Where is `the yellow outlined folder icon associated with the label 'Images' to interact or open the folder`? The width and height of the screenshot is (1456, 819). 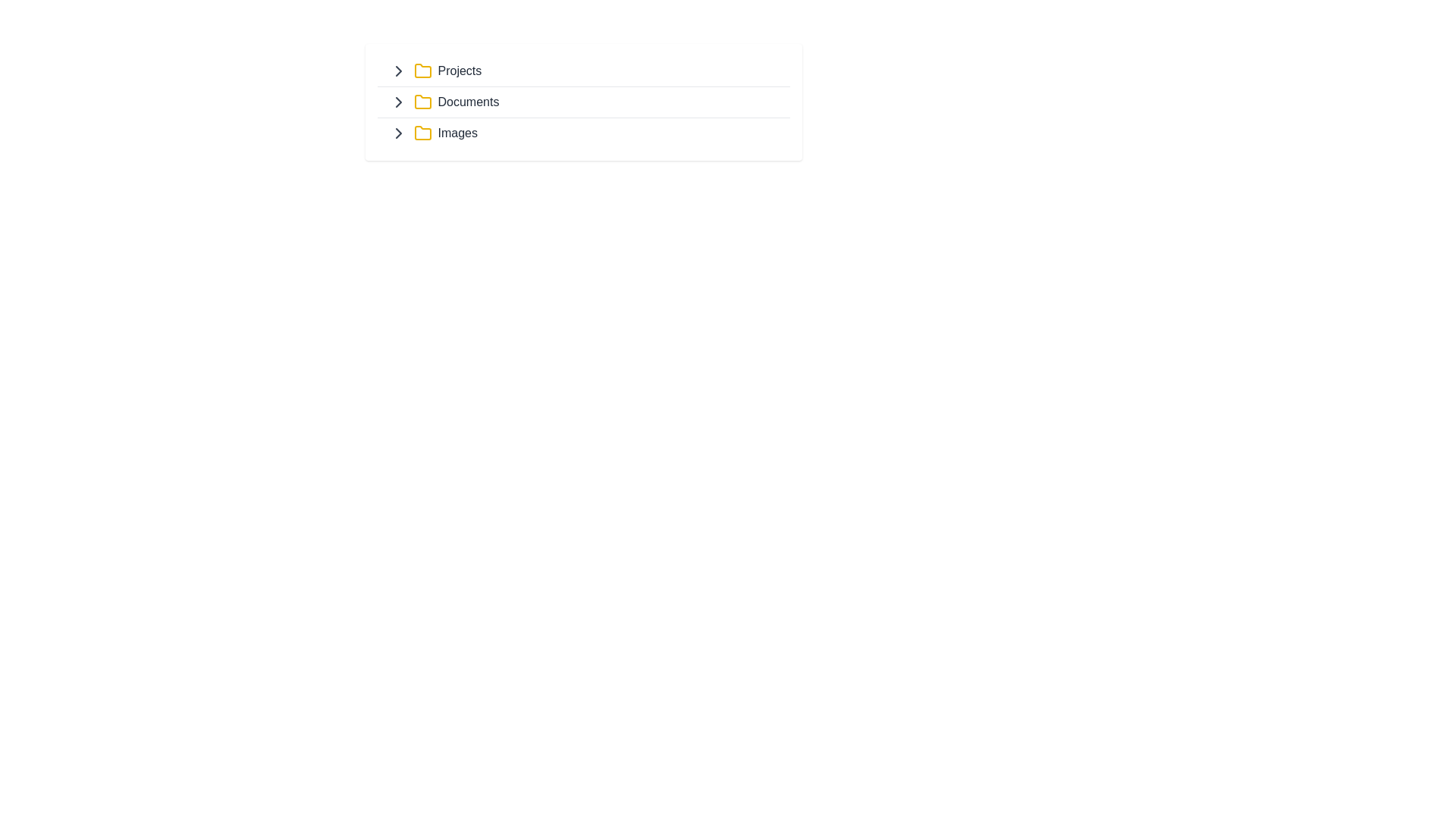 the yellow outlined folder icon associated with the label 'Images' to interact or open the folder is located at coordinates (422, 132).